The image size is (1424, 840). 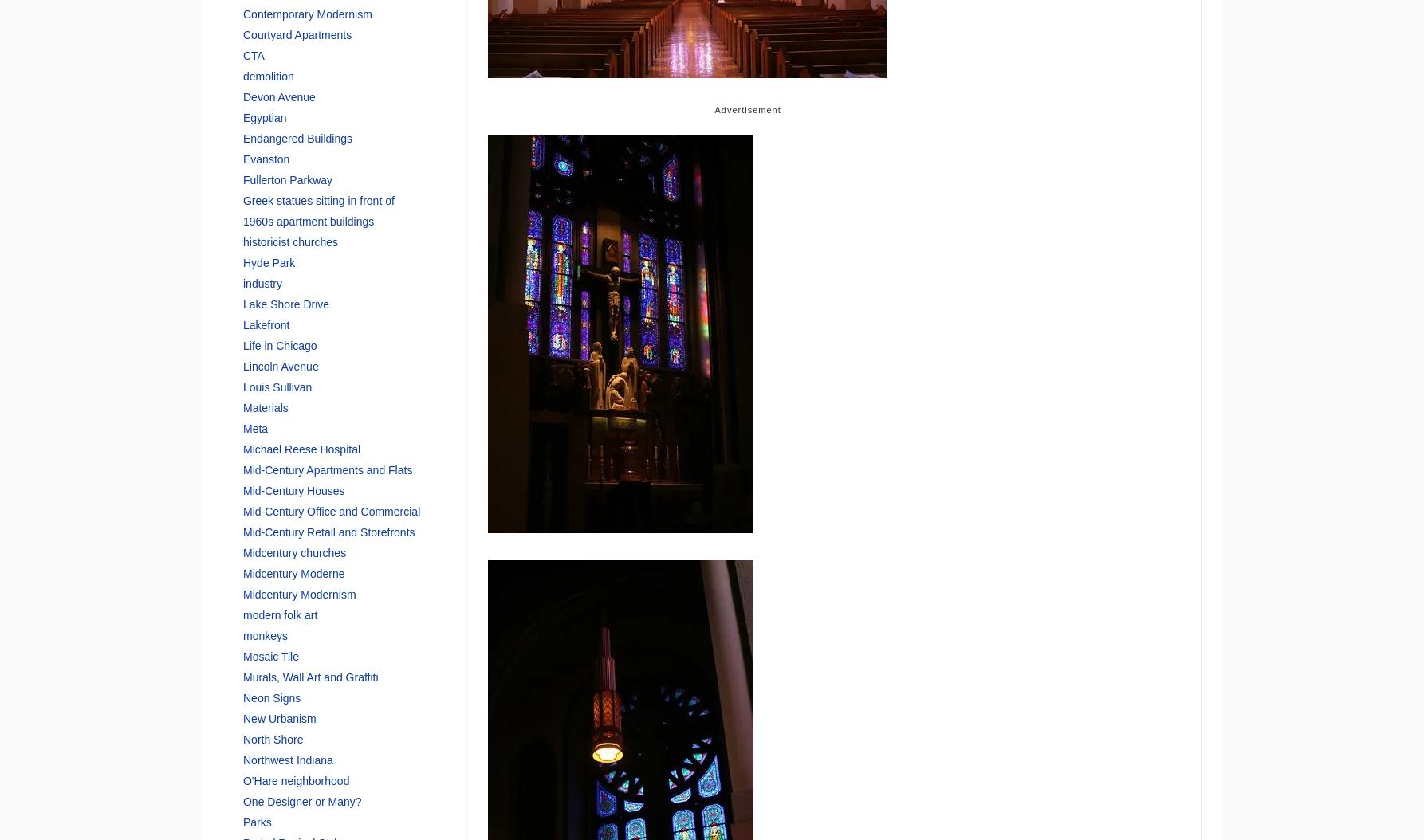 What do you see at coordinates (267, 74) in the screenshot?
I see `'demolition'` at bounding box center [267, 74].